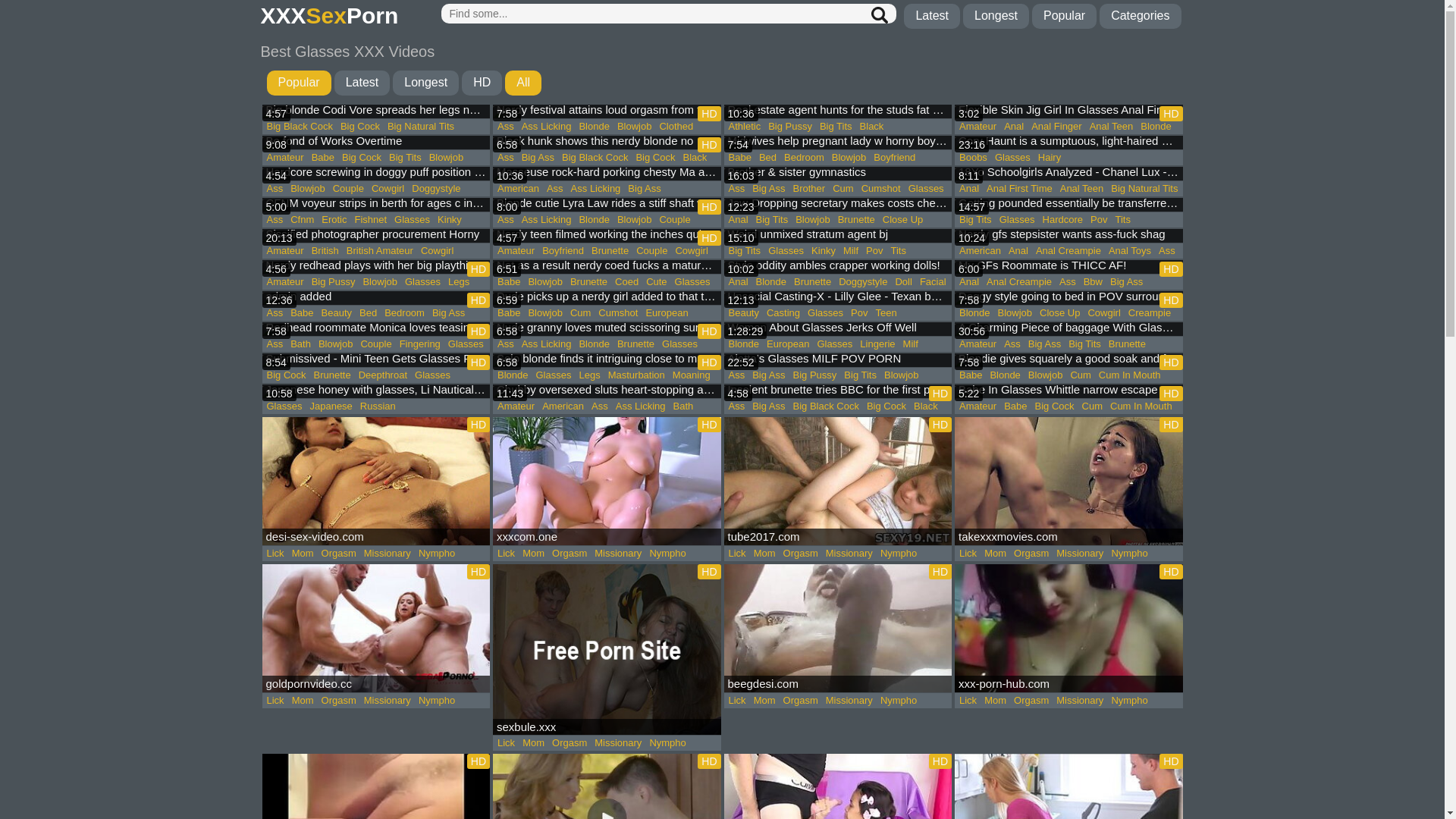 Image resolution: width=1456 pixels, height=819 pixels. Describe the element at coordinates (613, 125) in the screenshot. I see `'Blowjob'` at that location.